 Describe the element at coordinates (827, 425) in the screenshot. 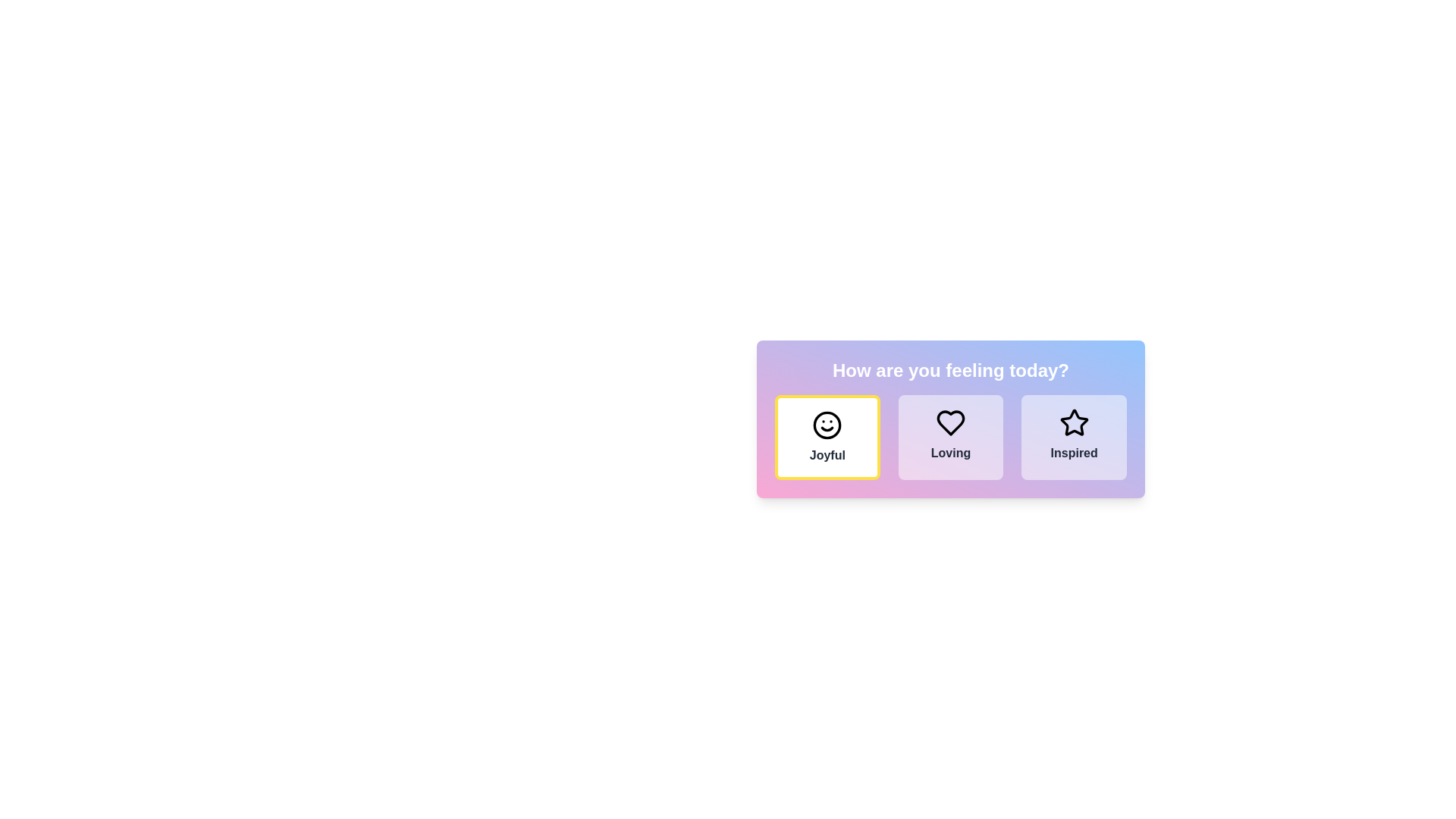

I see `the 'Joyful' emotion icon, which is the leftmost option under the question 'How are you feeling today?'` at that location.